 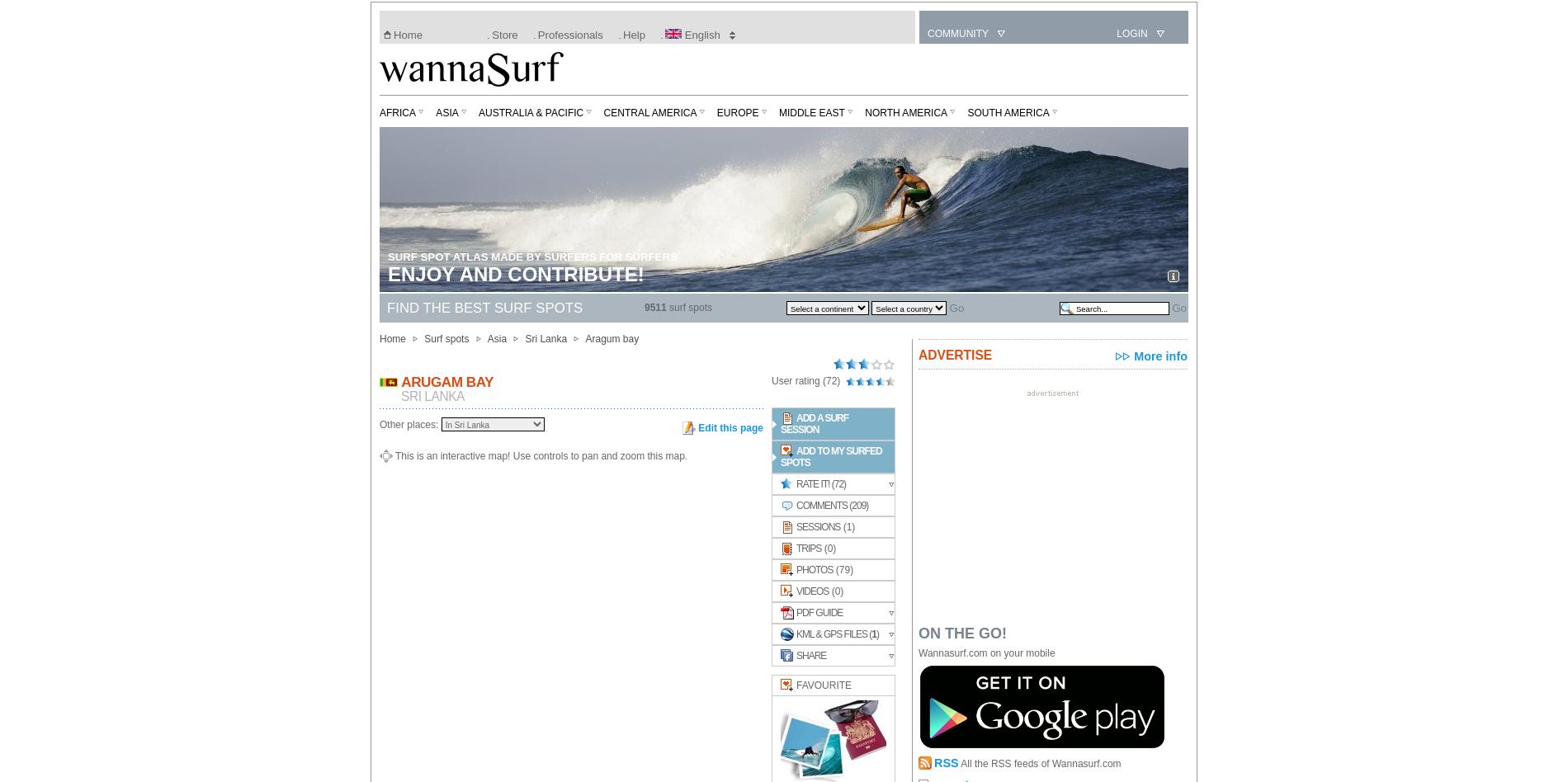 What do you see at coordinates (780, 457) in the screenshot?
I see `'Add to my surfed spots'` at bounding box center [780, 457].